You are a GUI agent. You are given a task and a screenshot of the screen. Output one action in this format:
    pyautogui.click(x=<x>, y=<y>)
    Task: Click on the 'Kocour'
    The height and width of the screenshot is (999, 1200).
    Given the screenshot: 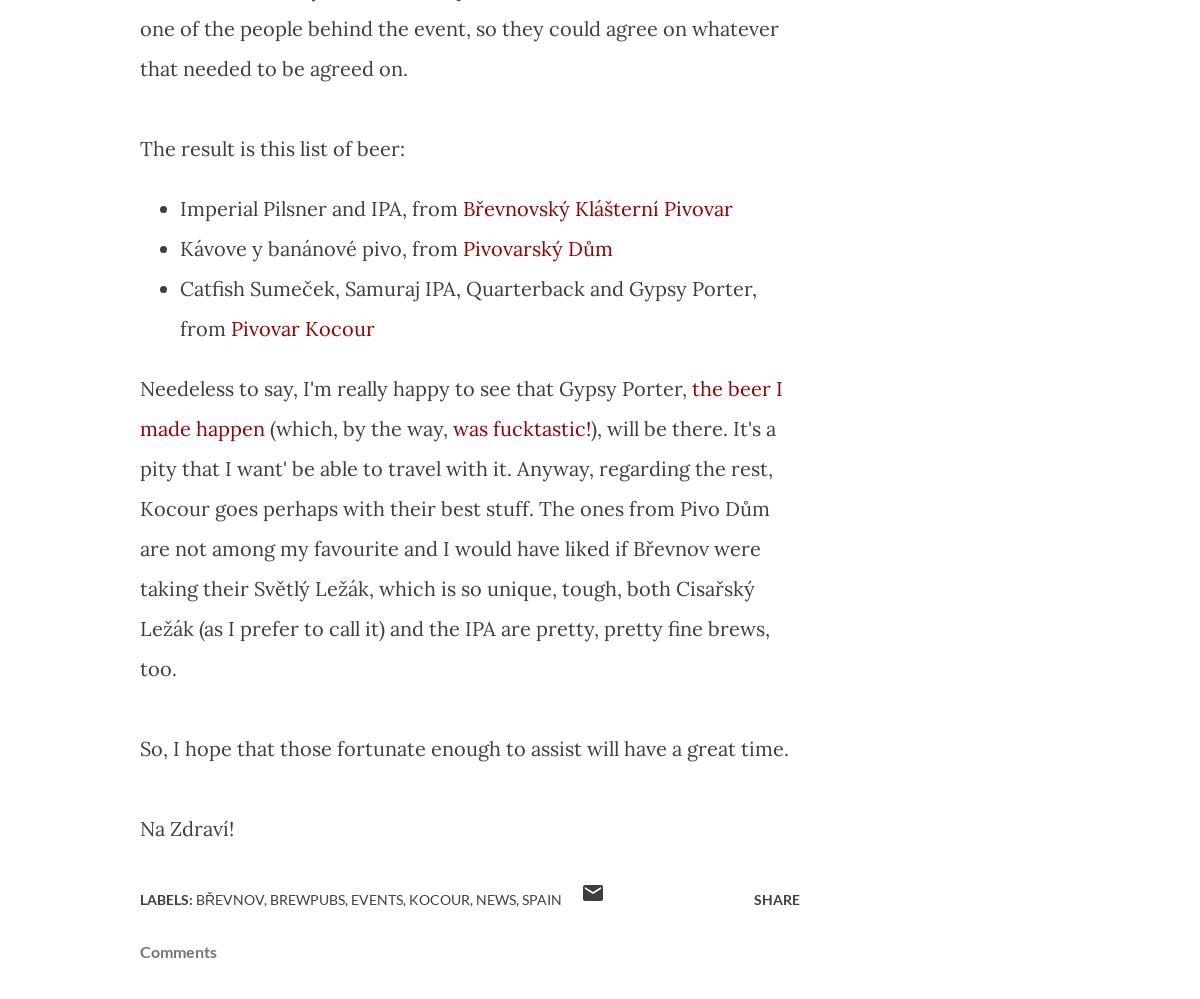 What is the action you would take?
    pyautogui.click(x=439, y=899)
    